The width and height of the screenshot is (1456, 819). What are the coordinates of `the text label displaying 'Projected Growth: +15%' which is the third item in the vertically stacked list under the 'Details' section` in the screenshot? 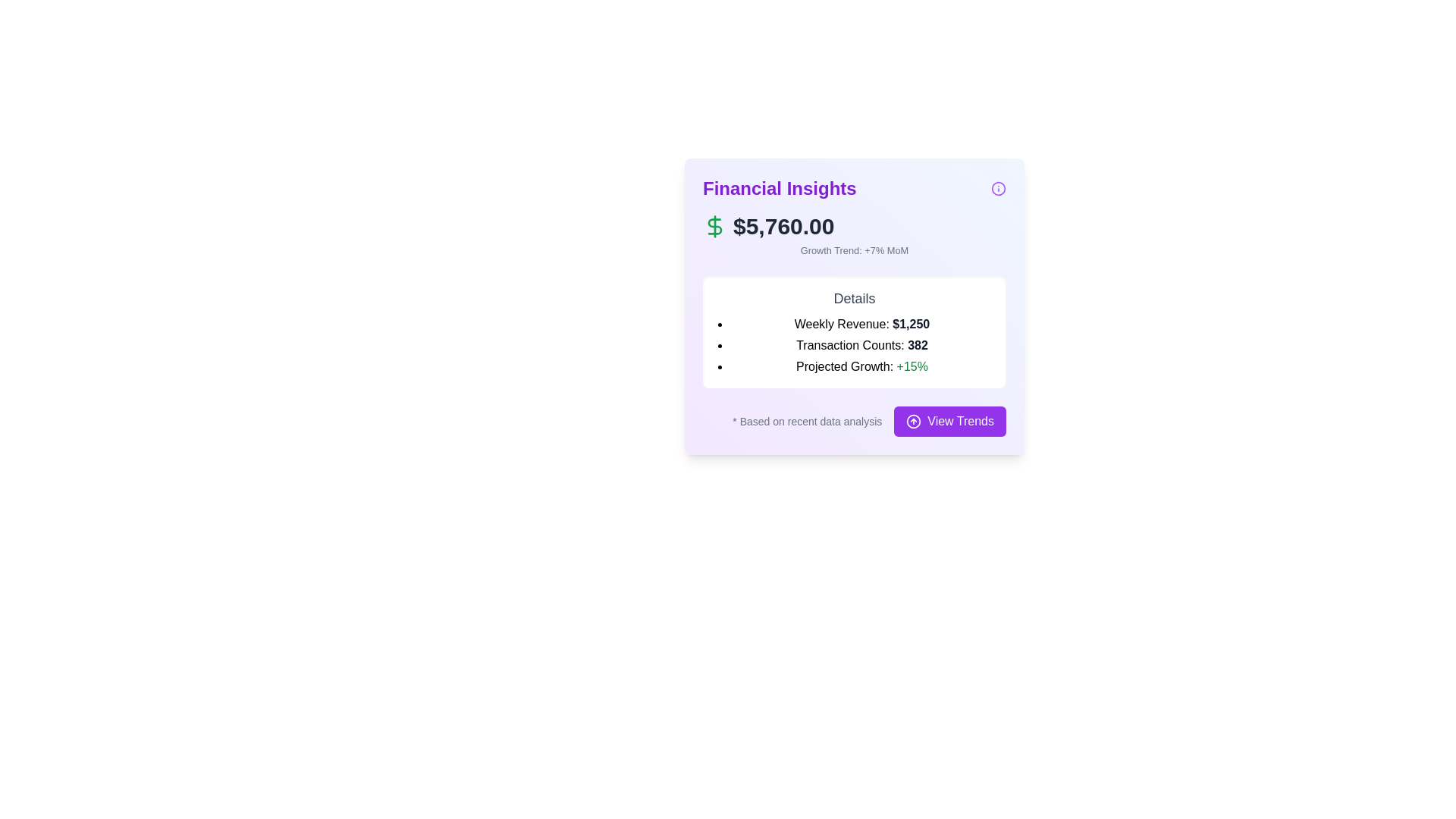 It's located at (862, 366).